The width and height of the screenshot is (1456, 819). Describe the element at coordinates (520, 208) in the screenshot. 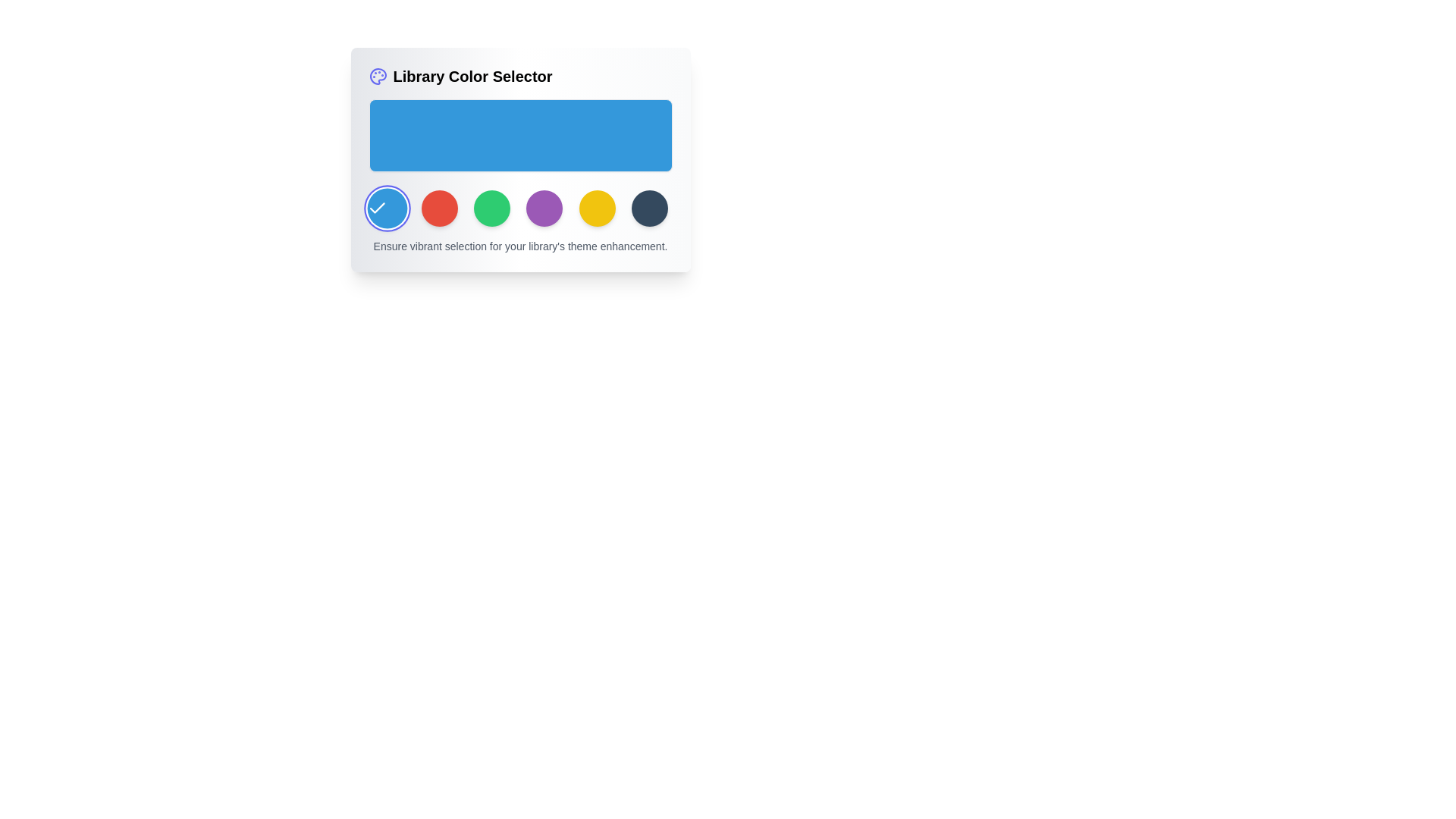

I see `the fourth circular button (green) in the horizontally aligned group of six color buttons below the title 'Library Color Selector'` at that location.